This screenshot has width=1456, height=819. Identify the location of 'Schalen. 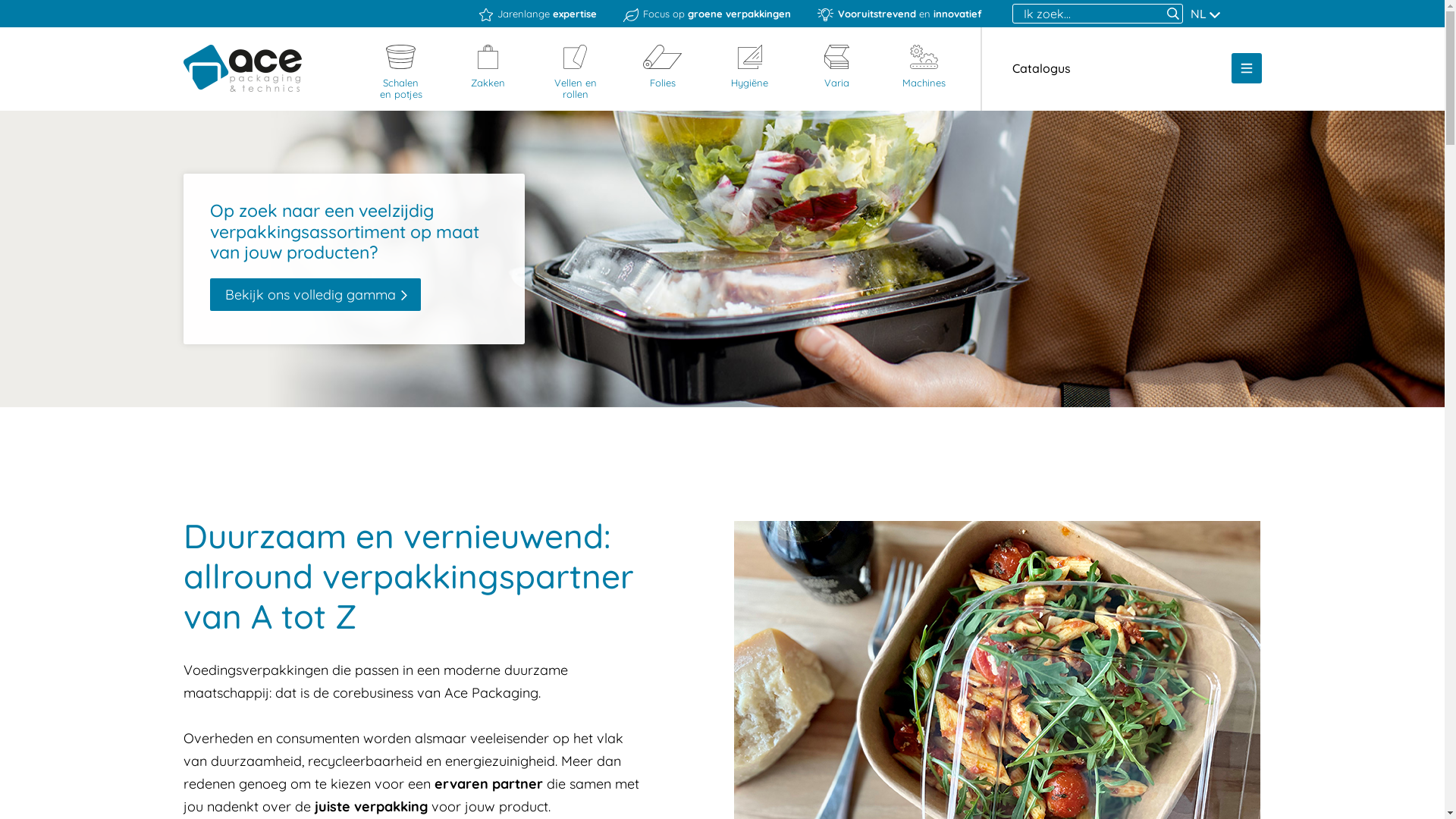
(367, 73).